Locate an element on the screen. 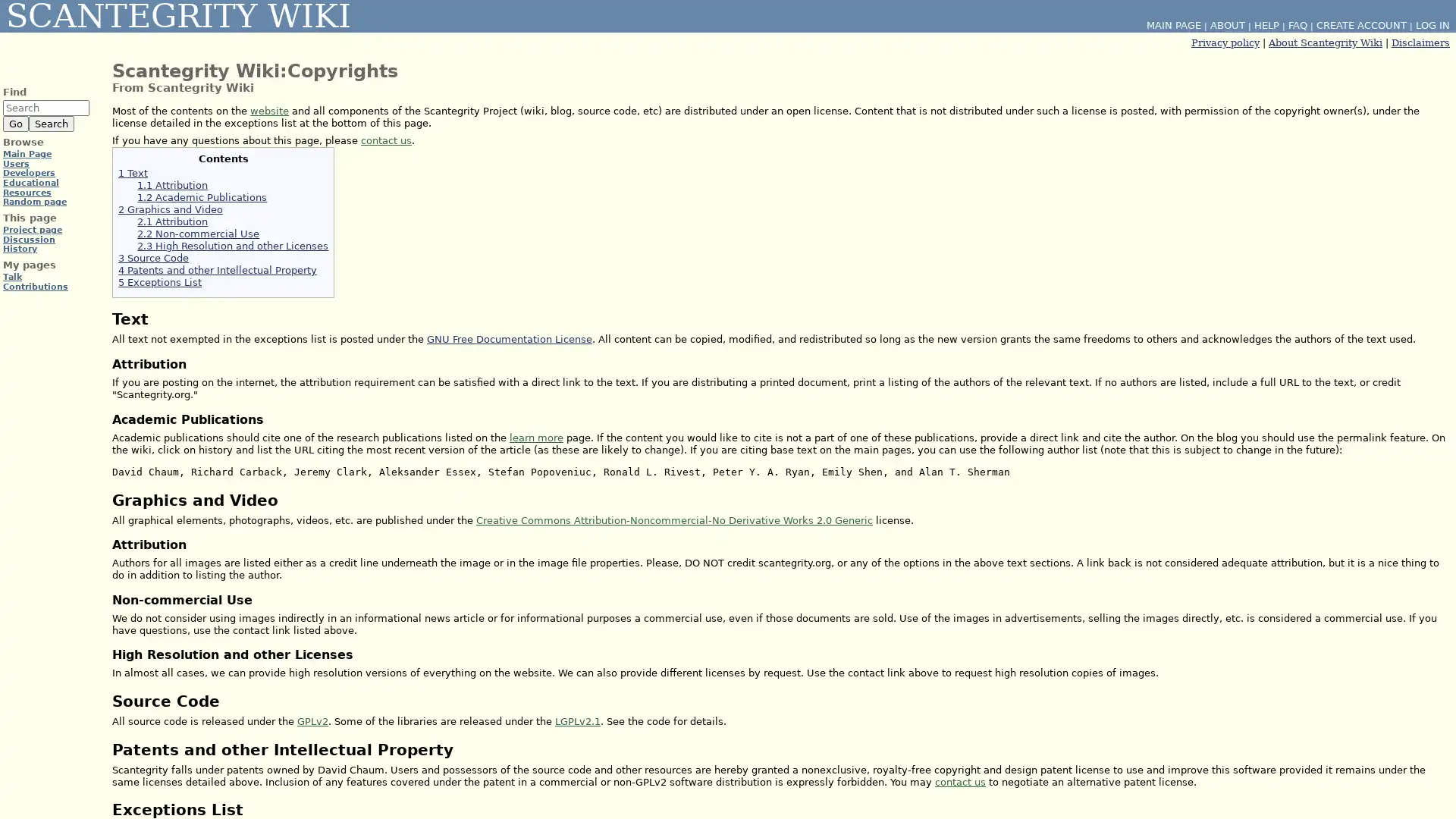 The height and width of the screenshot is (819, 1456). Go is located at coordinates (15, 123).